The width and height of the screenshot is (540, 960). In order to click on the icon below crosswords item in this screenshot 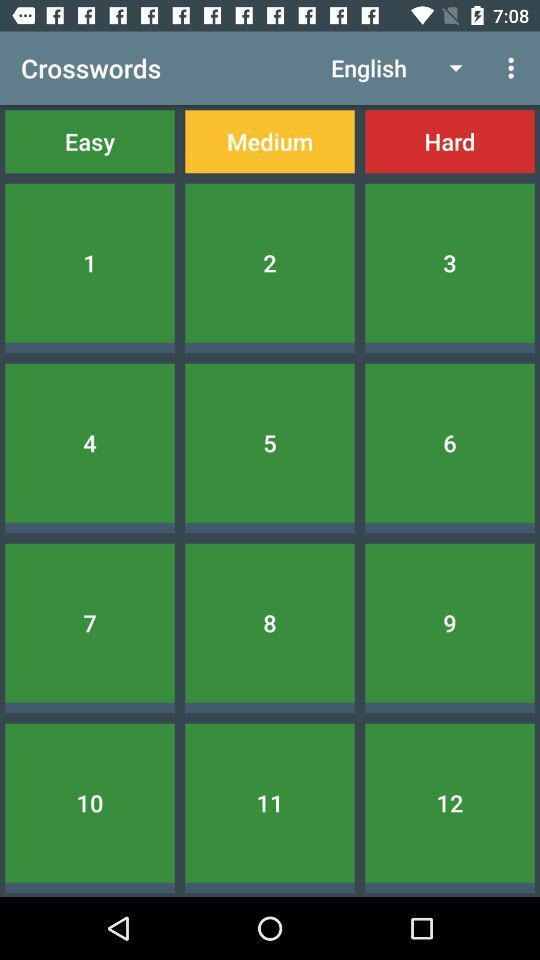, I will do `click(89, 140)`.